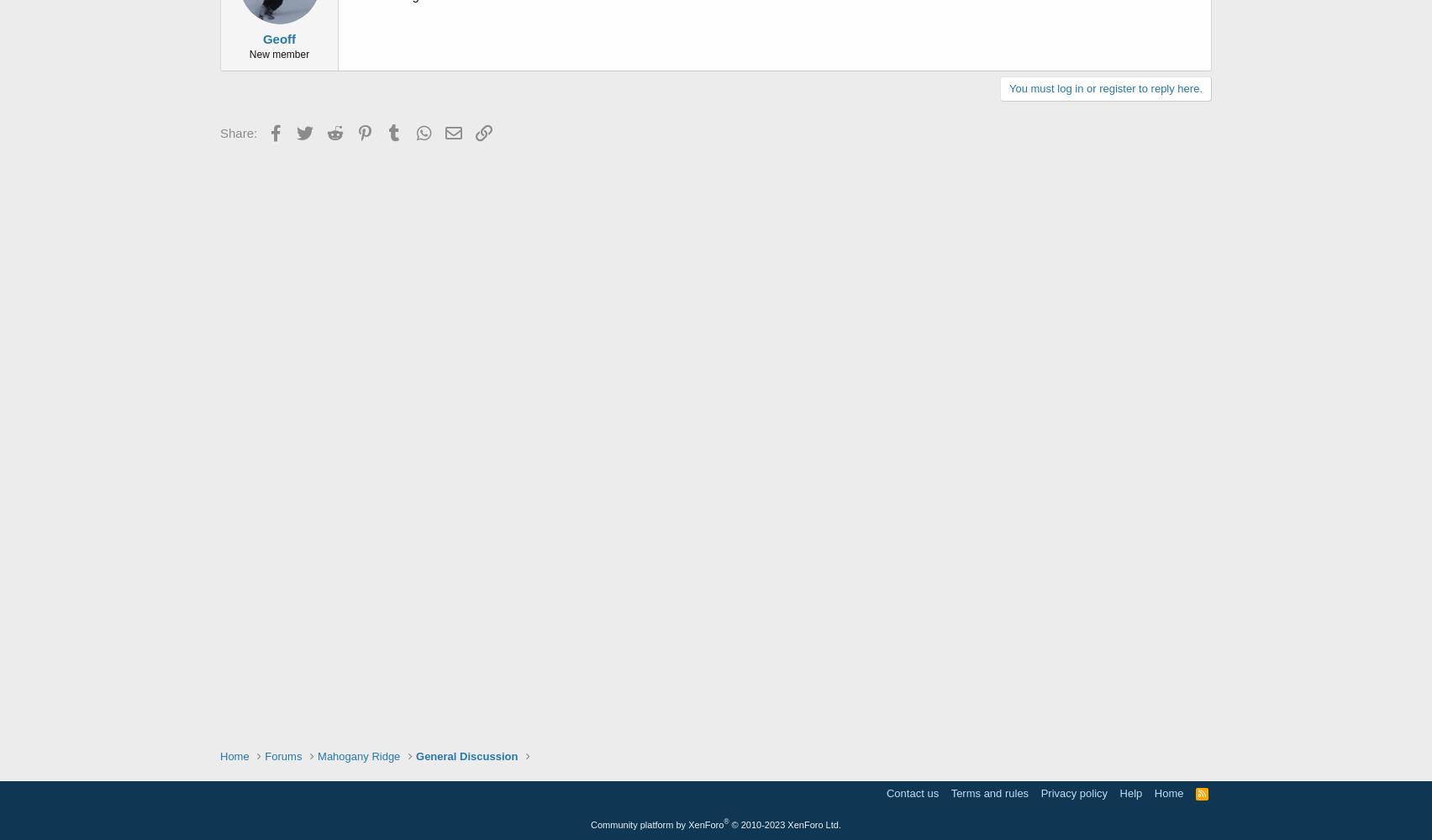 Image resolution: width=1432 pixels, height=840 pixels. I want to click on '© 2010-2023 XenForo Ltd.', so click(785, 823).